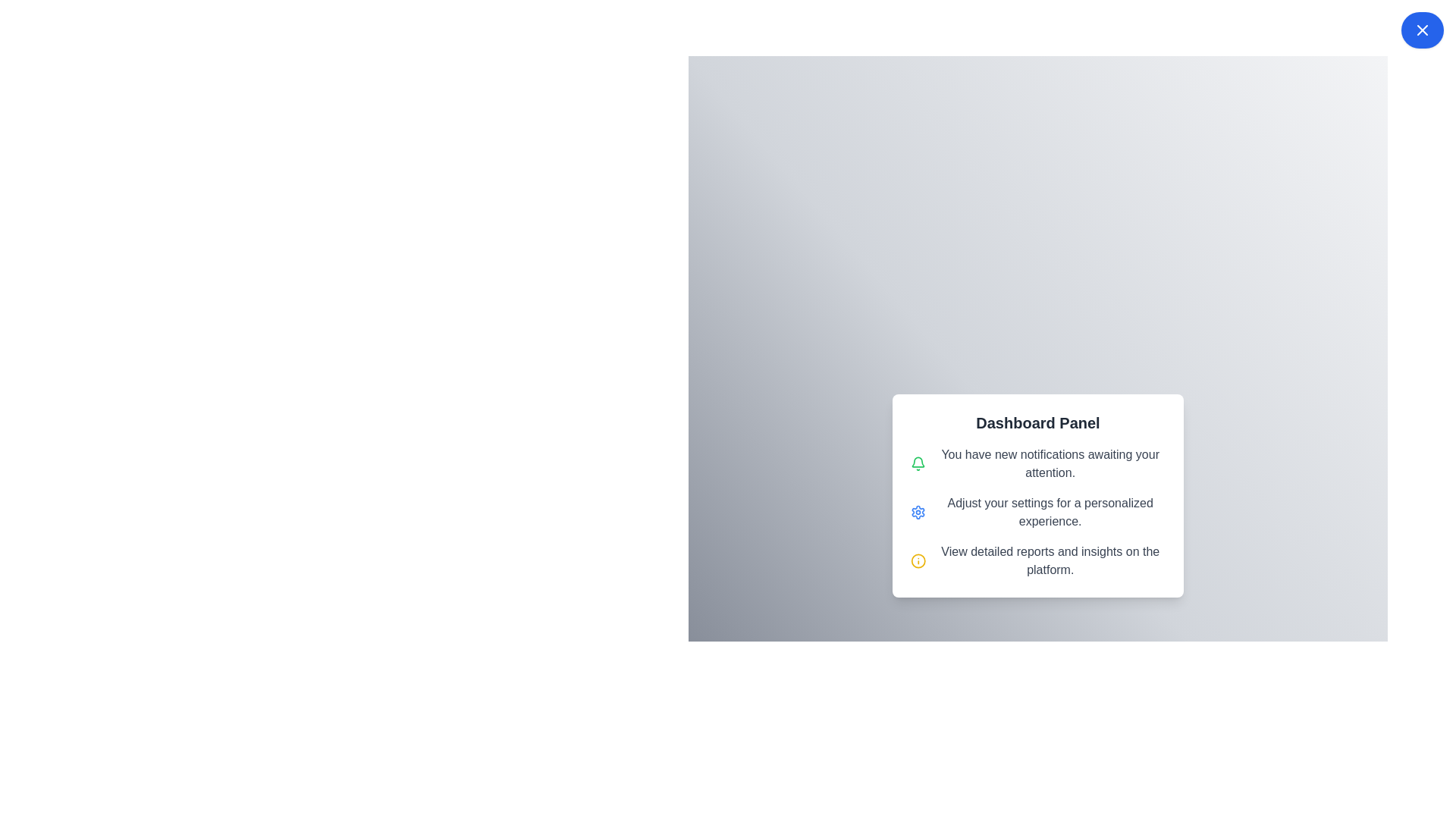  Describe the element at coordinates (1037, 512) in the screenshot. I see `the informational text that reads 'Adjust your settings for a personalized experience' accompanied by a blue gear icon` at that location.